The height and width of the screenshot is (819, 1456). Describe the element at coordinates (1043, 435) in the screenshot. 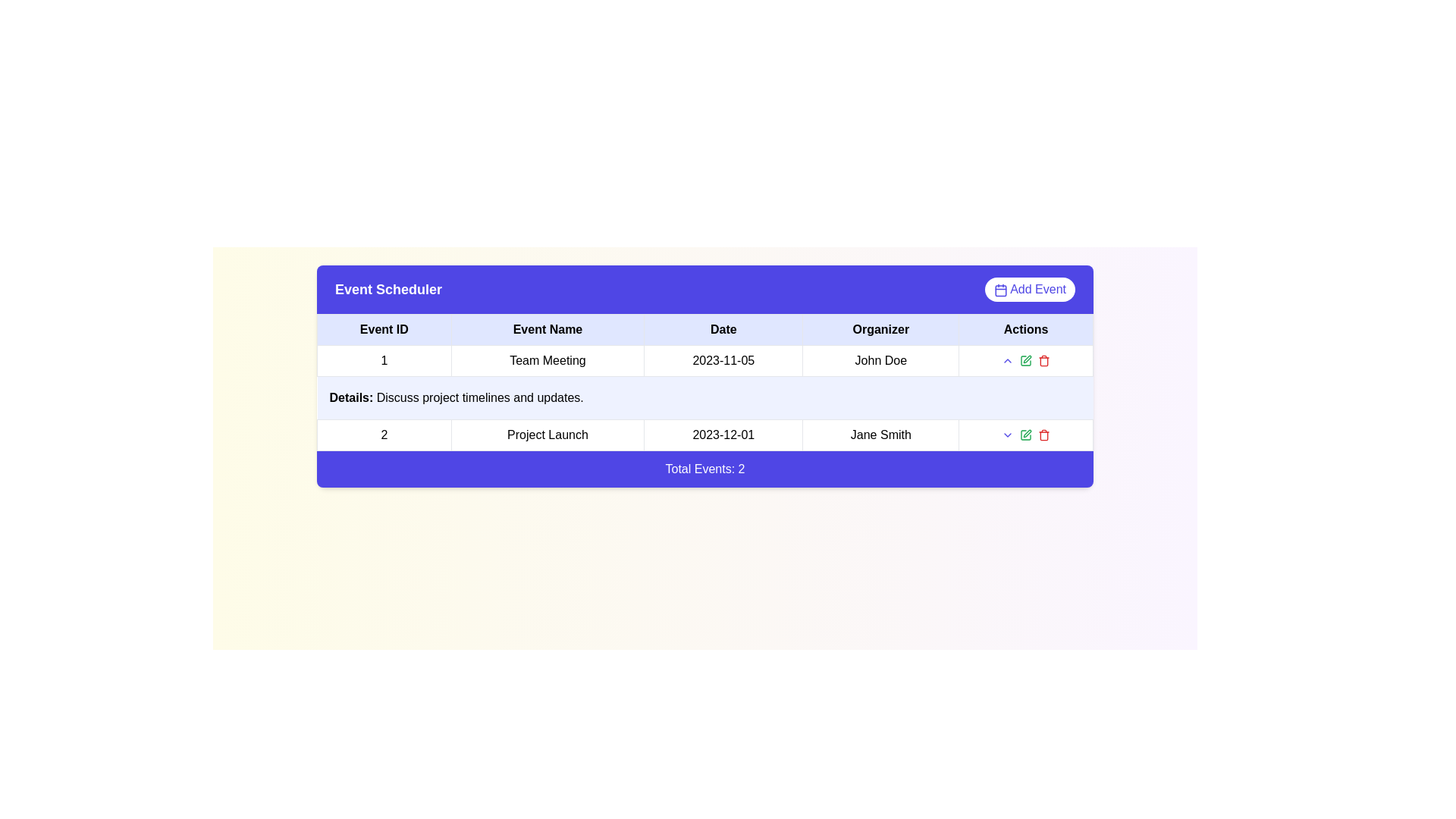

I see `the delete button located in the 'Actions' column of the 'Event Scheduler' interface, specifically the third action icon for the event 'Project Launch'` at that location.